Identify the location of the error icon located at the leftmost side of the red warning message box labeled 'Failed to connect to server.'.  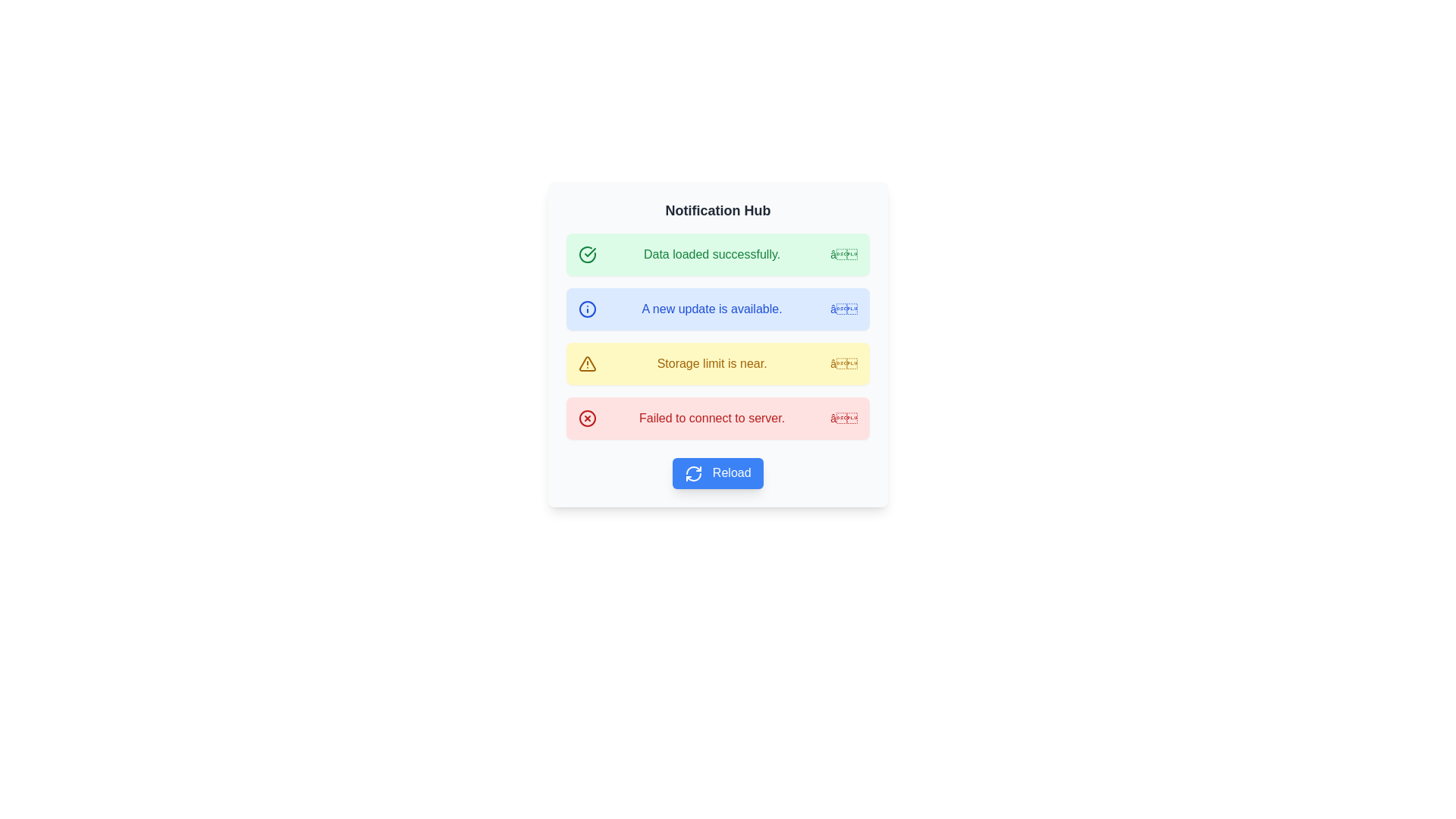
(586, 418).